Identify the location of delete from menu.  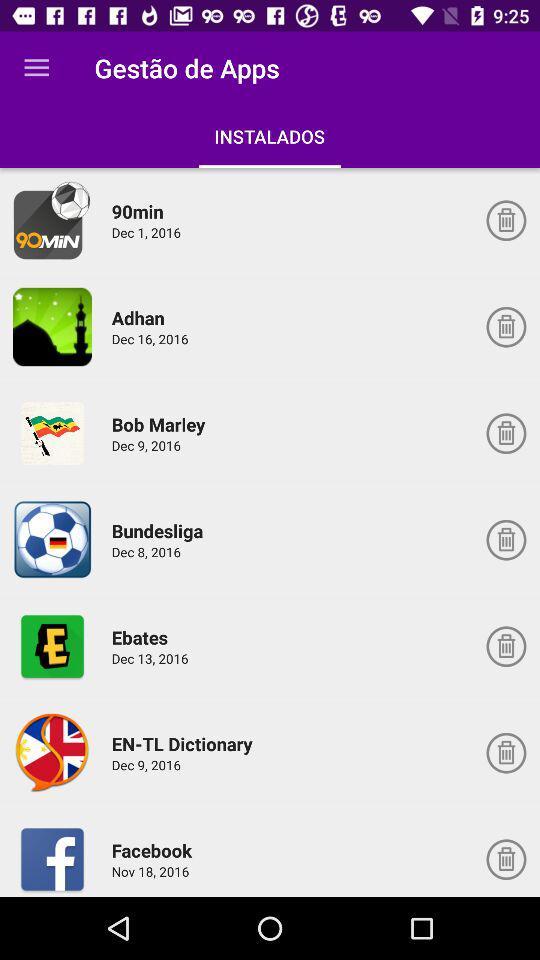
(505, 645).